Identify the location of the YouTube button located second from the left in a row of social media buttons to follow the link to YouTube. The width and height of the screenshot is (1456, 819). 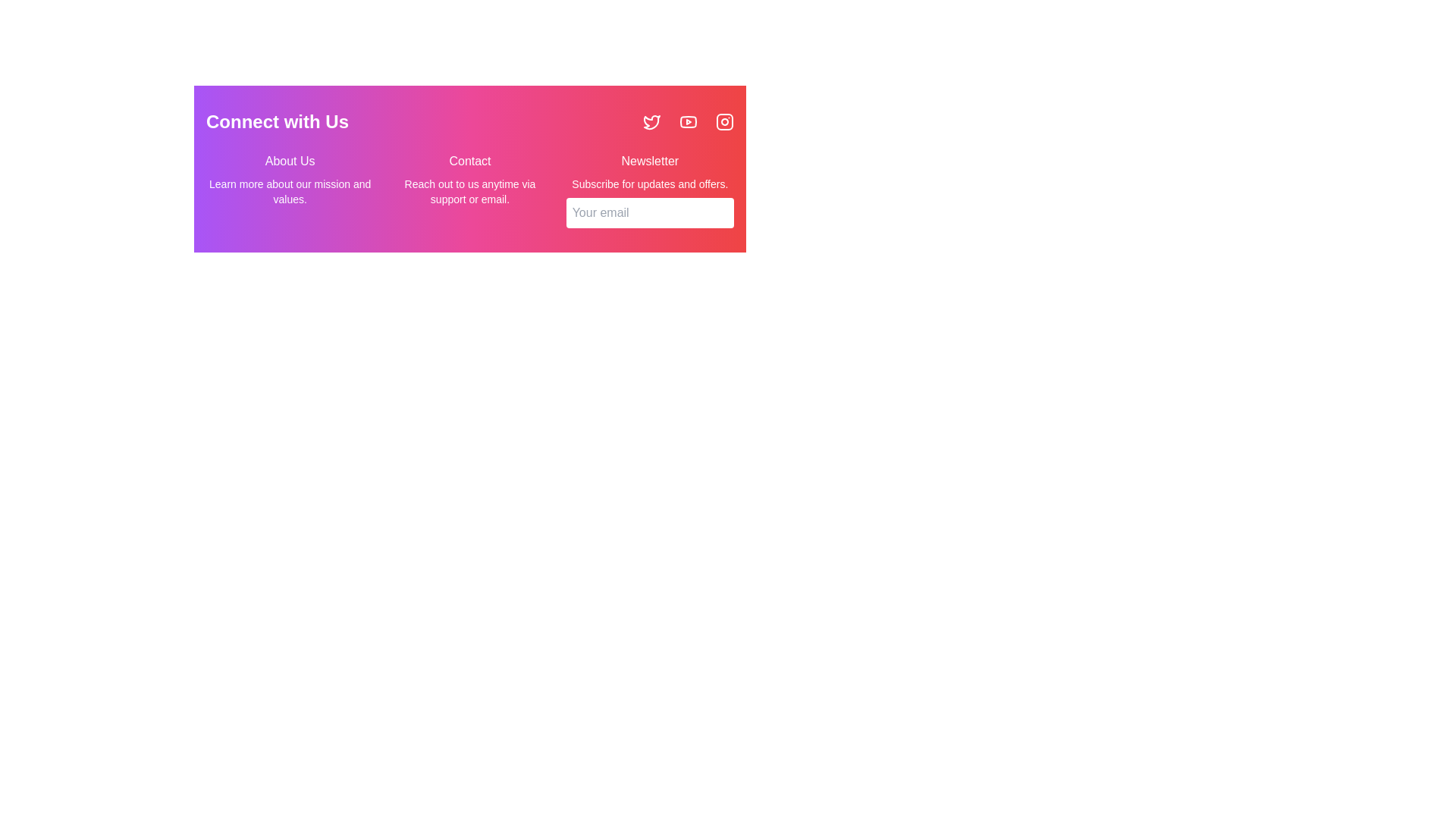
(687, 121).